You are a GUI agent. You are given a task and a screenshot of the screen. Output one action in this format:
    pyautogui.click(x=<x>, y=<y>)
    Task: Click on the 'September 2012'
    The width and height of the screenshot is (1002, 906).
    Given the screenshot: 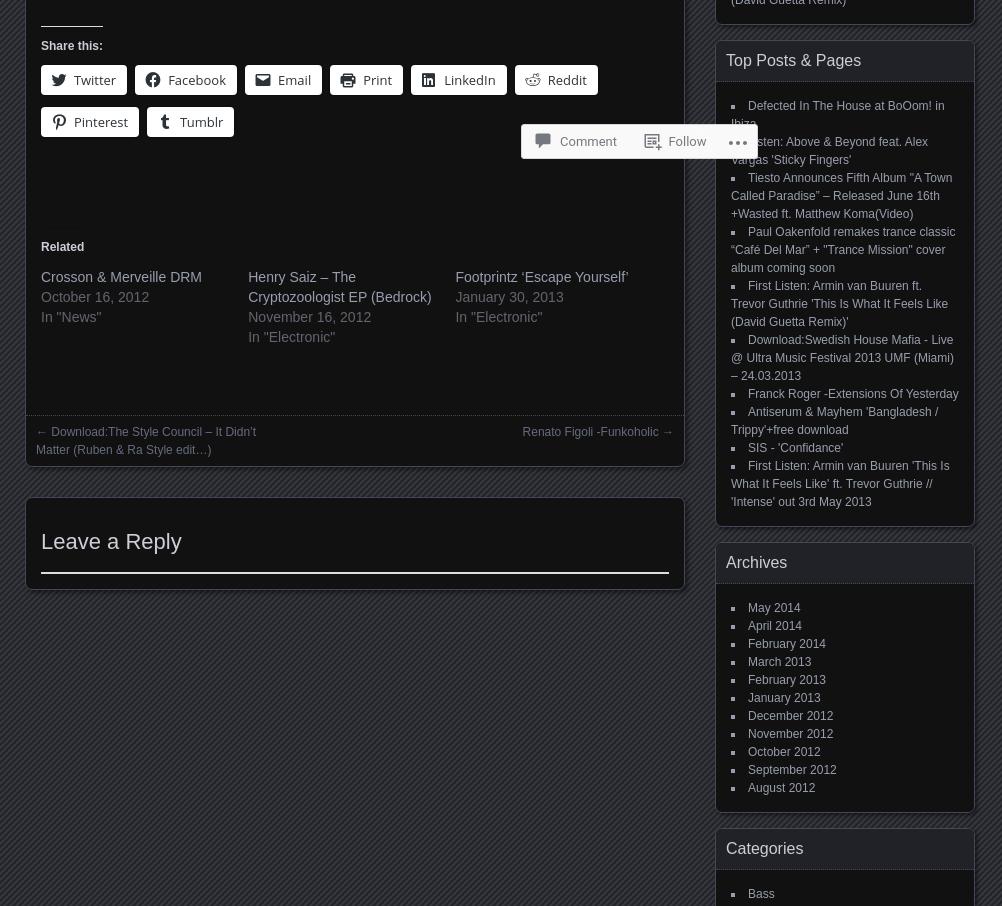 What is the action you would take?
    pyautogui.click(x=790, y=769)
    